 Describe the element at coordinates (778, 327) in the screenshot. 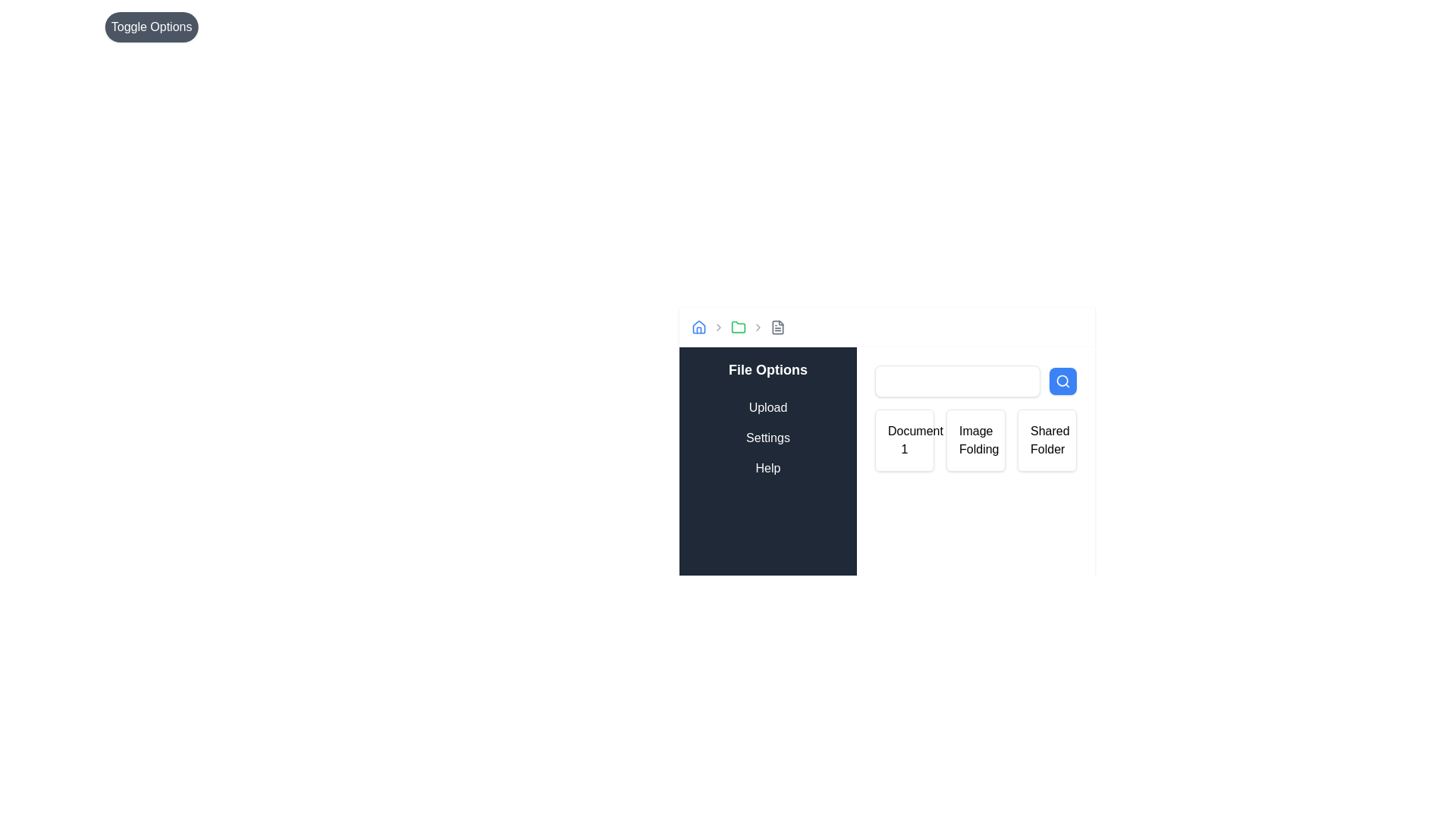

I see `the gray file icon located in the horizontal navigation bar` at that location.